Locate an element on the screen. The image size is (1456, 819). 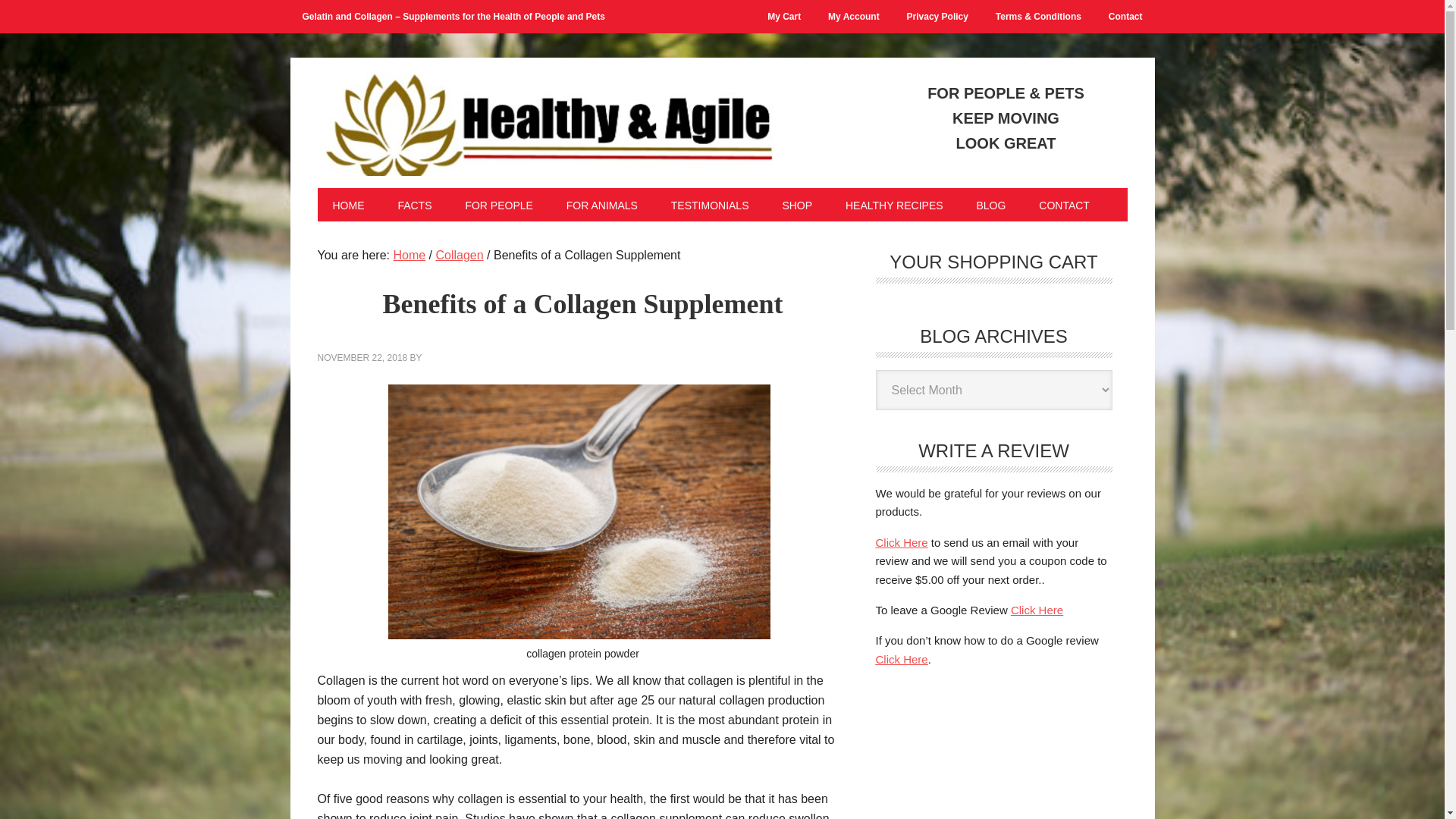
'HEALTHY RECIPES' is located at coordinates (829, 205).